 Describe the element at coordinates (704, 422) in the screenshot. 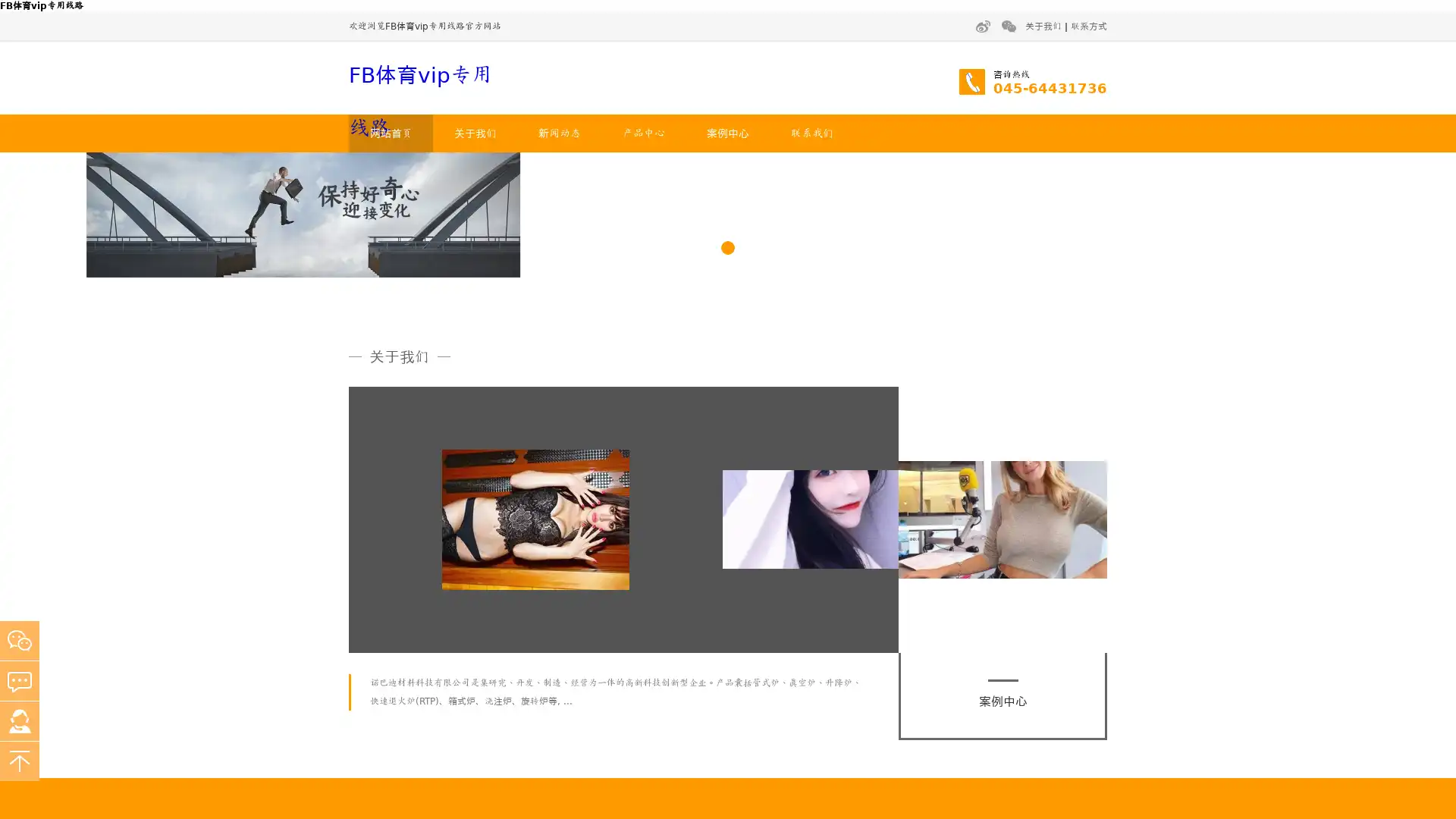

I see `1` at that location.